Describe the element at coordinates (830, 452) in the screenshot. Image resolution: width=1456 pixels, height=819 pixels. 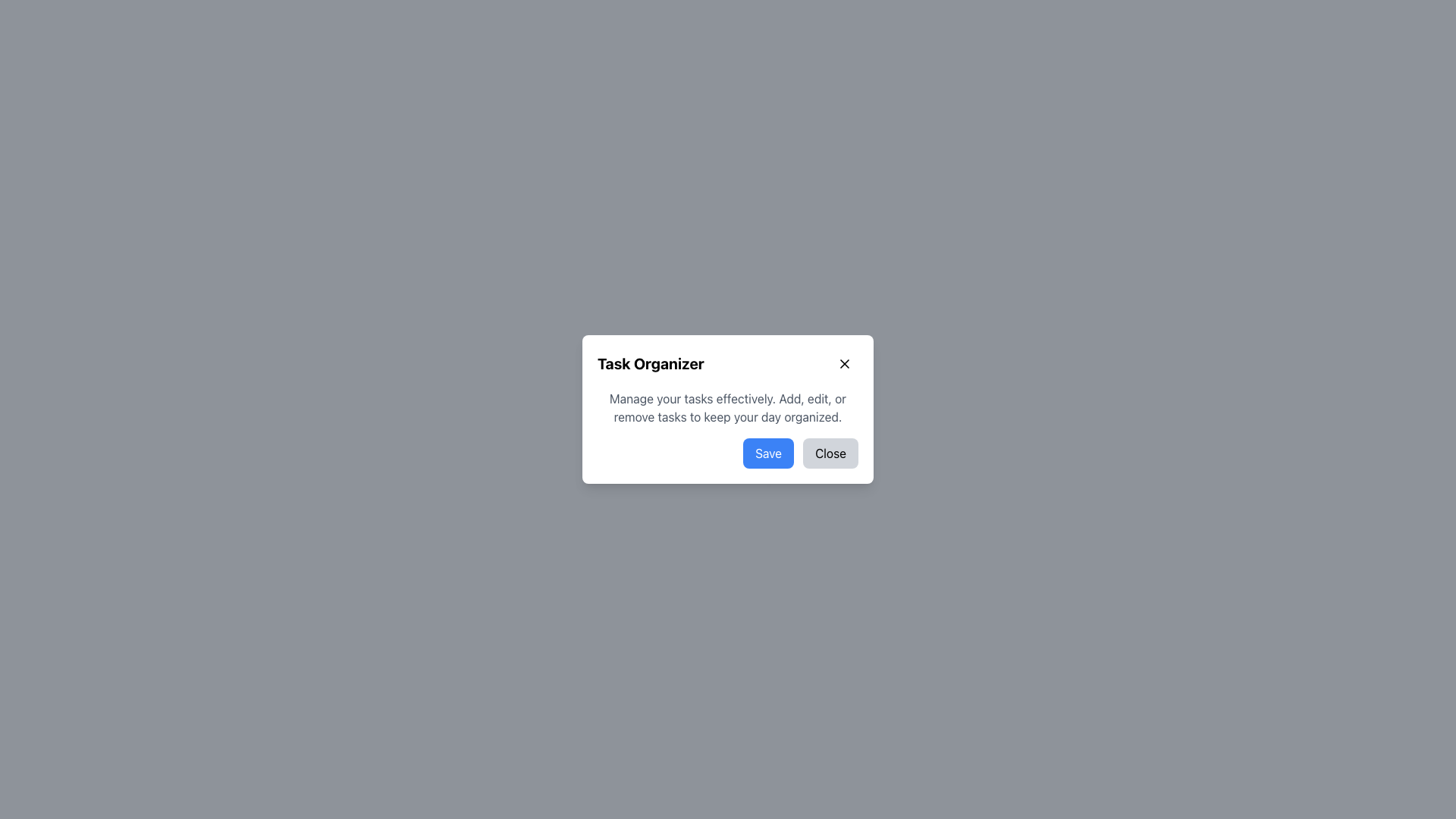
I see `the 'Close' button, which is a rectangular button with rounded corners and a light gray background that darkens when hovered over` at that location.